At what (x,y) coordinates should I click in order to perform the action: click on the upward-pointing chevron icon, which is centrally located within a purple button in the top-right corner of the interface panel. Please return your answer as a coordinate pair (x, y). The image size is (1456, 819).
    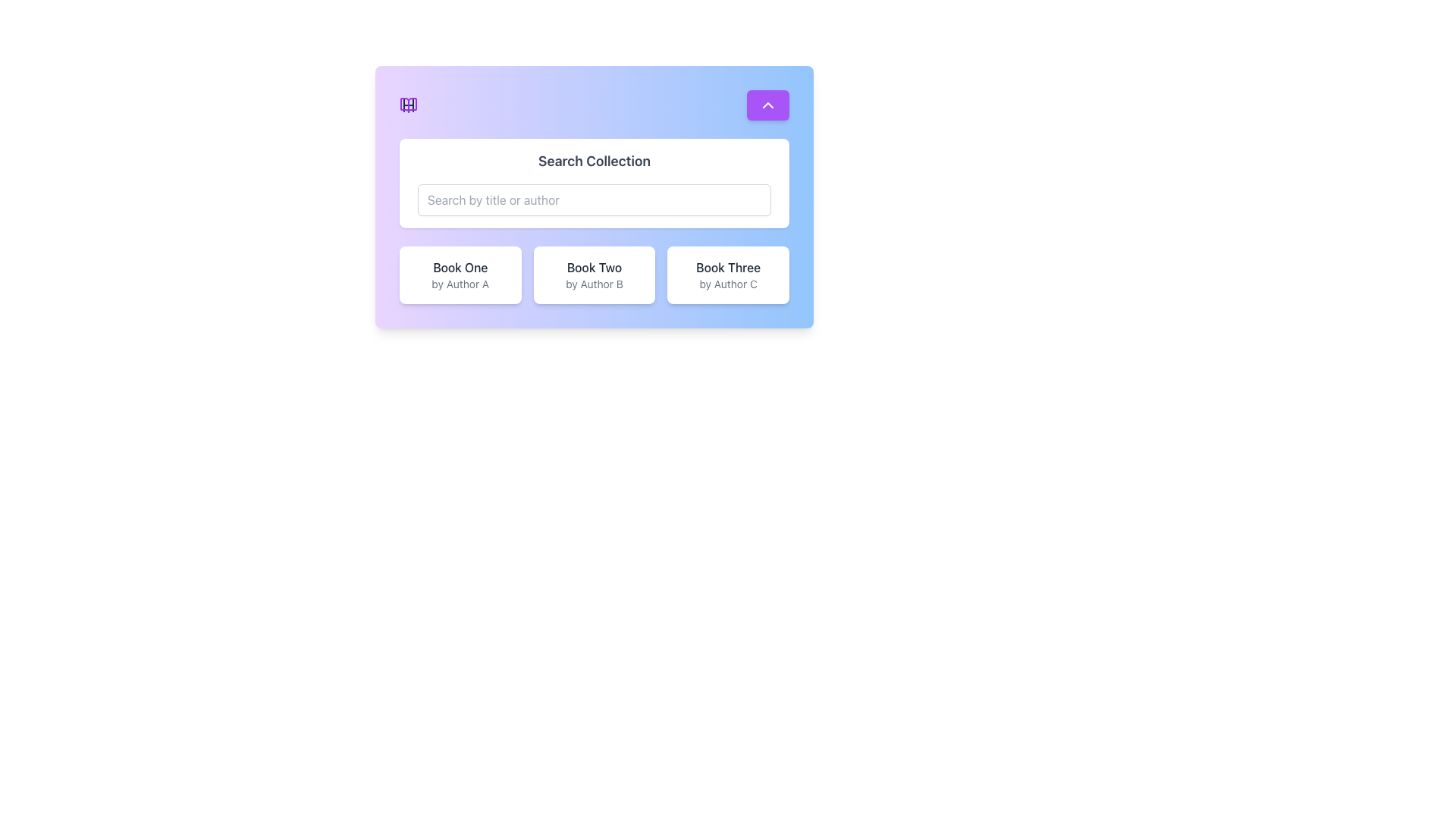
    Looking at the image, I should click on (767, 104).